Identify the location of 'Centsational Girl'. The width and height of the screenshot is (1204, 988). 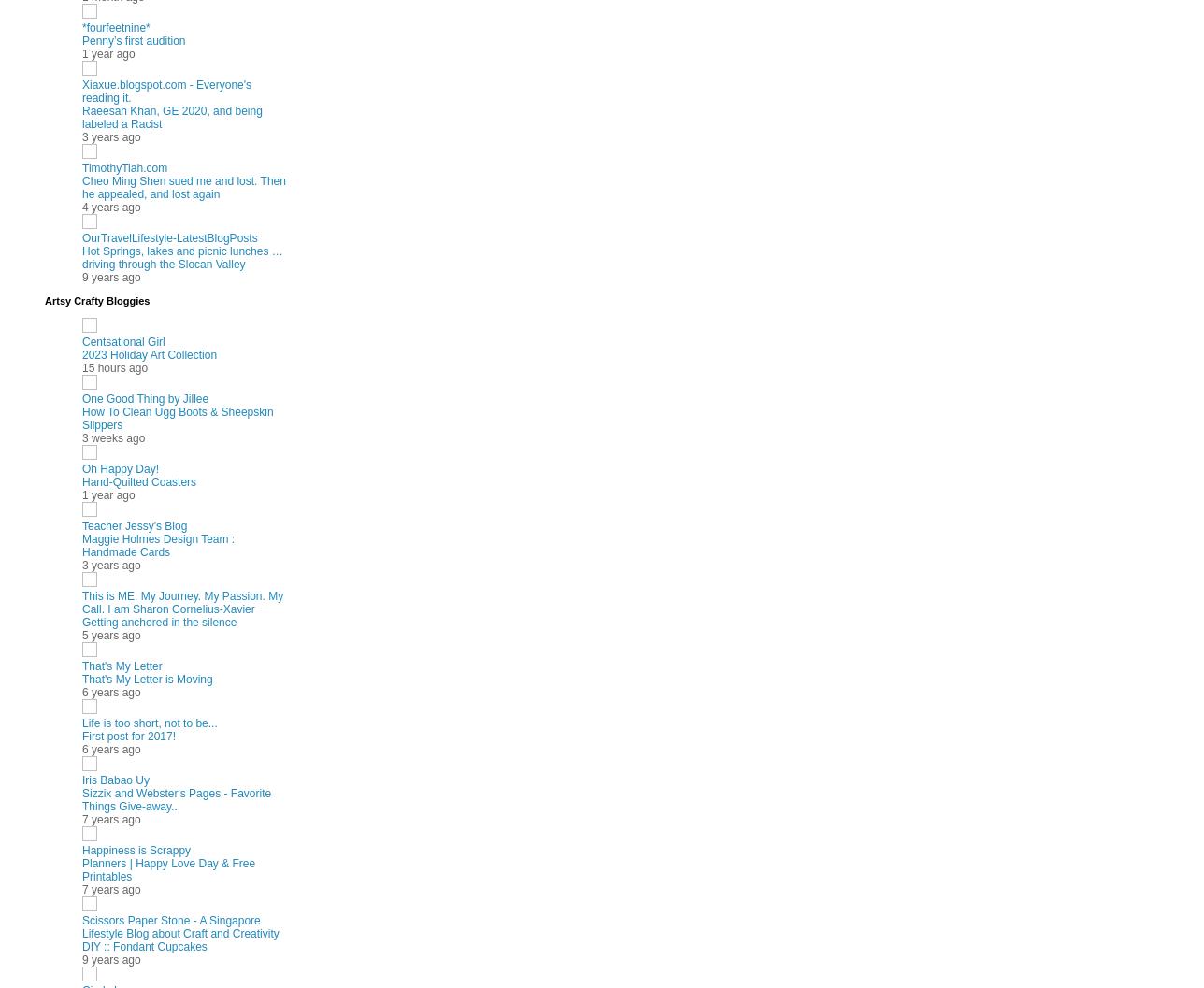
(123, 340).